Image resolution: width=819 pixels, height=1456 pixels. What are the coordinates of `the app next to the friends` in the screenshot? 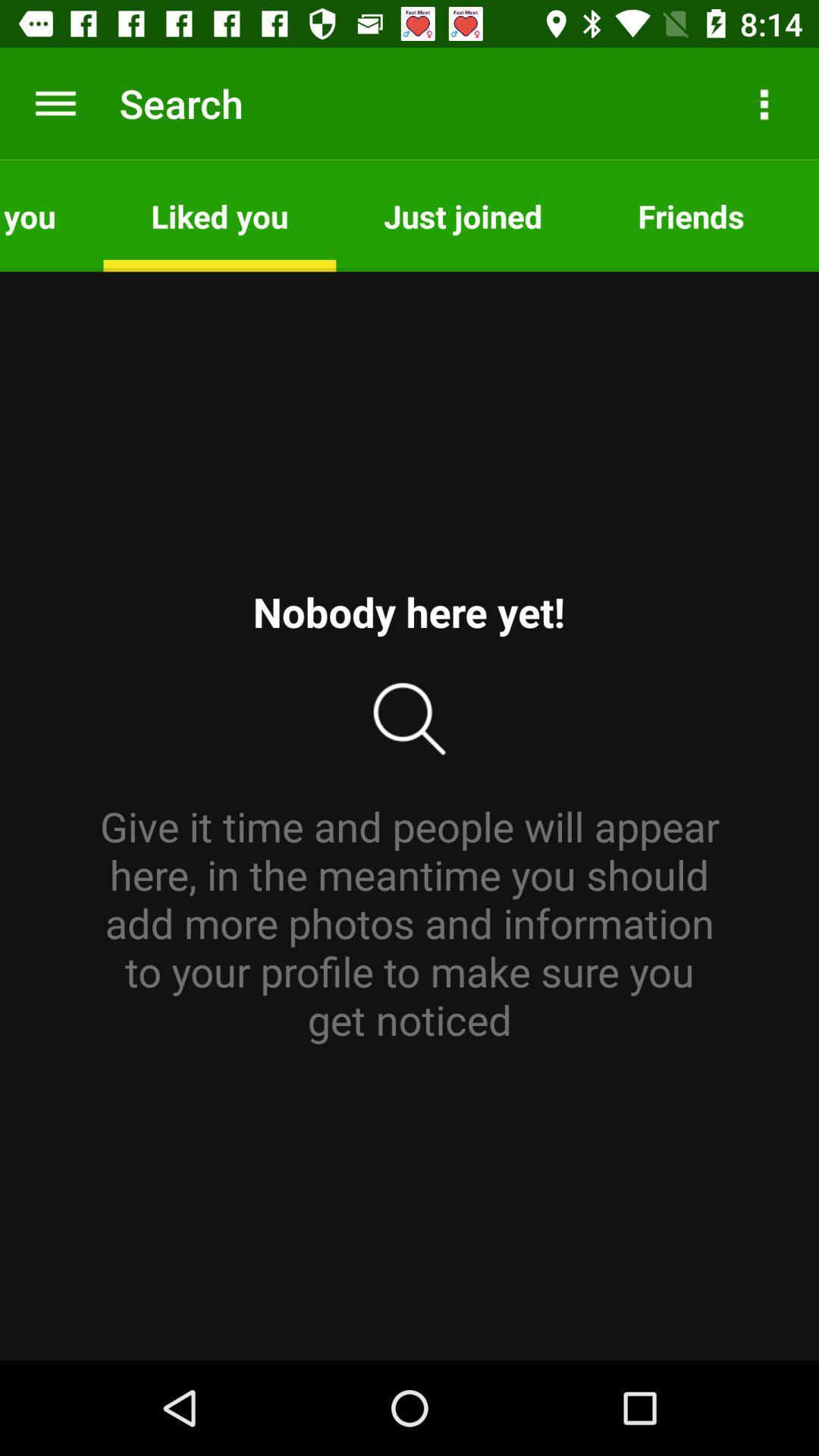 It's located at (462, 215).